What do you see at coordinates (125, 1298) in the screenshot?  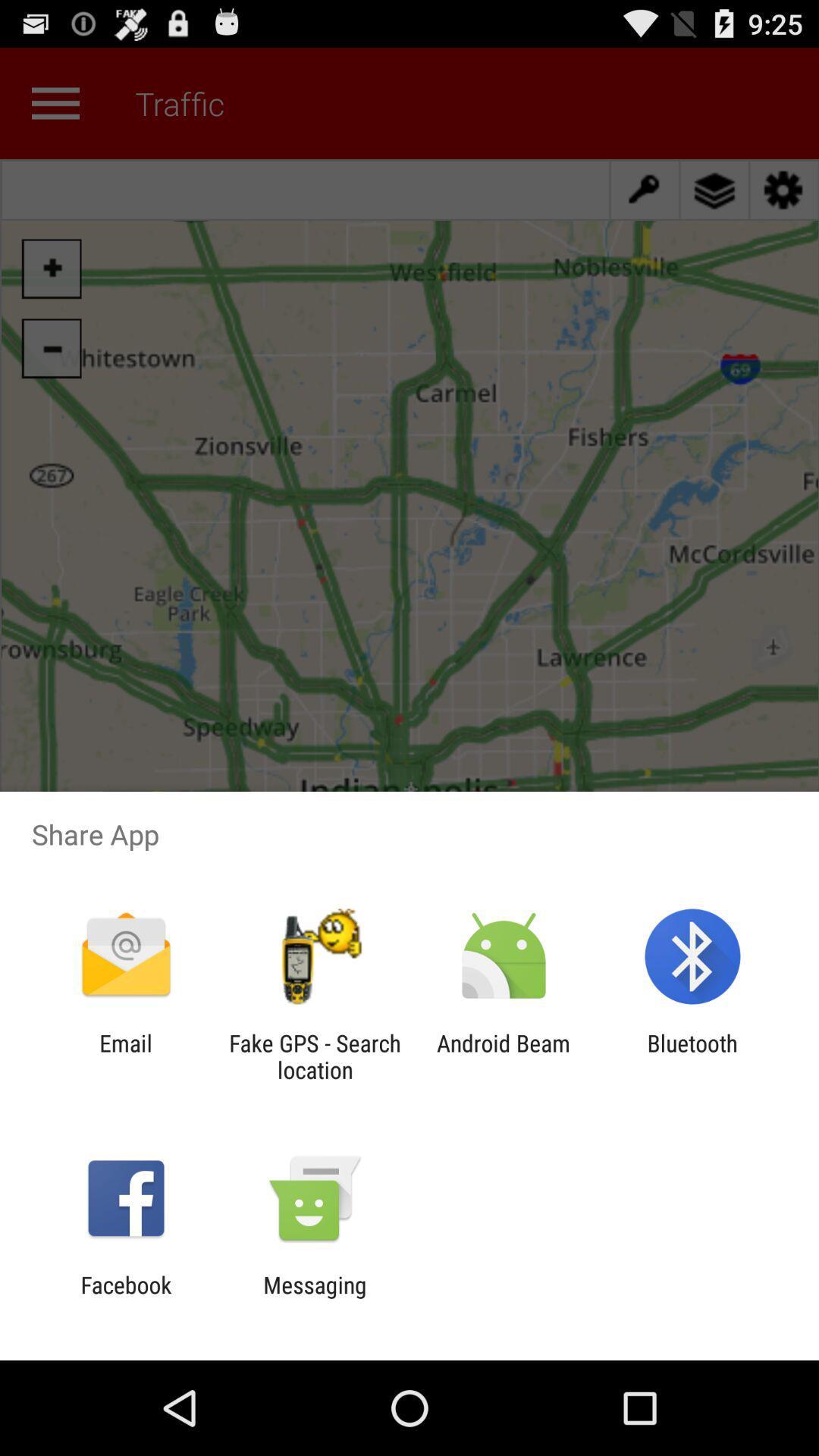 I see `icon to the left of messaging app` at bounding box center [125, 1298].